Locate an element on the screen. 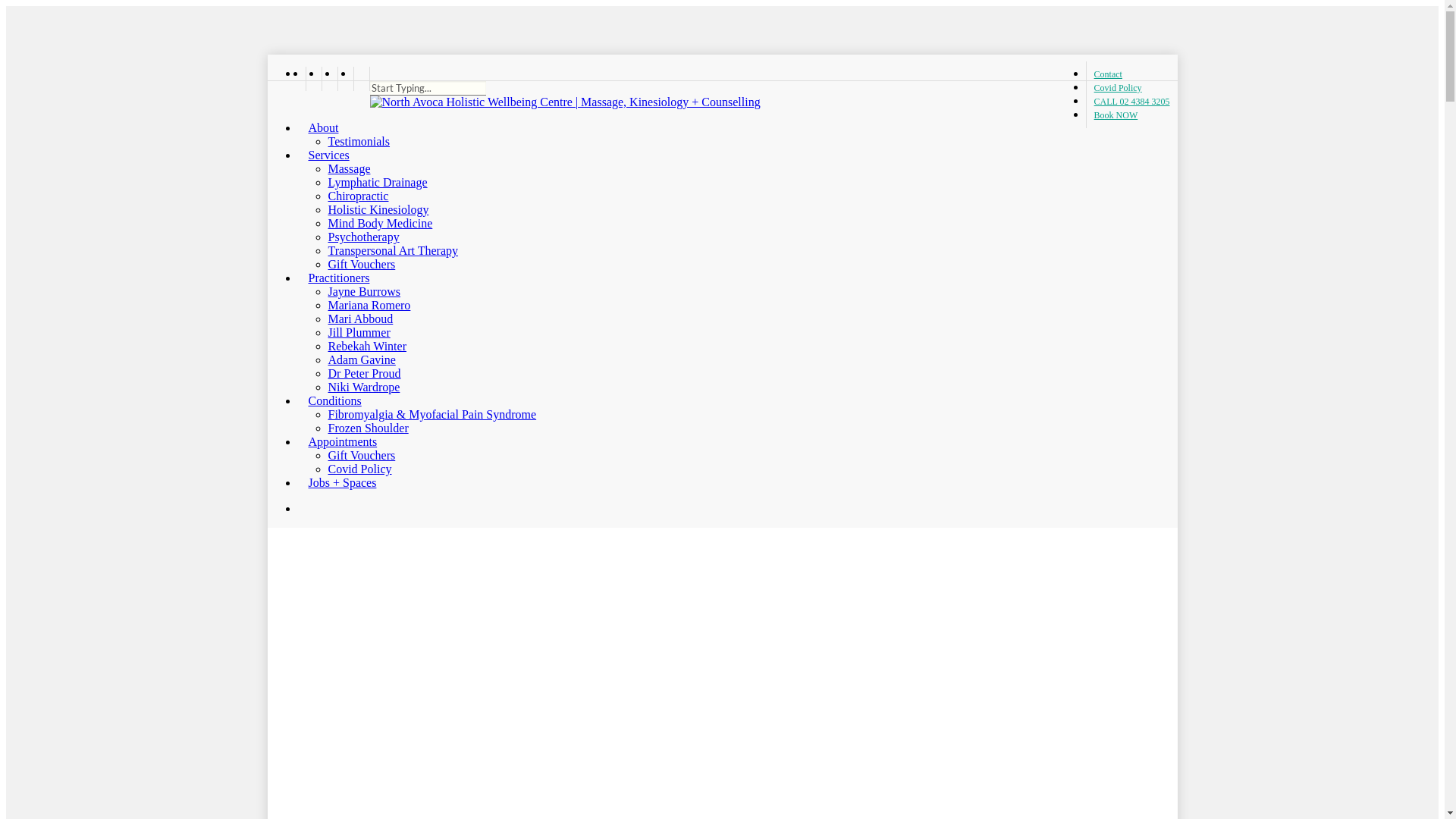 The width and height of the screenshot is (1456, 819). 'Frozen Shoulder' is located at coordinates (327, 428).